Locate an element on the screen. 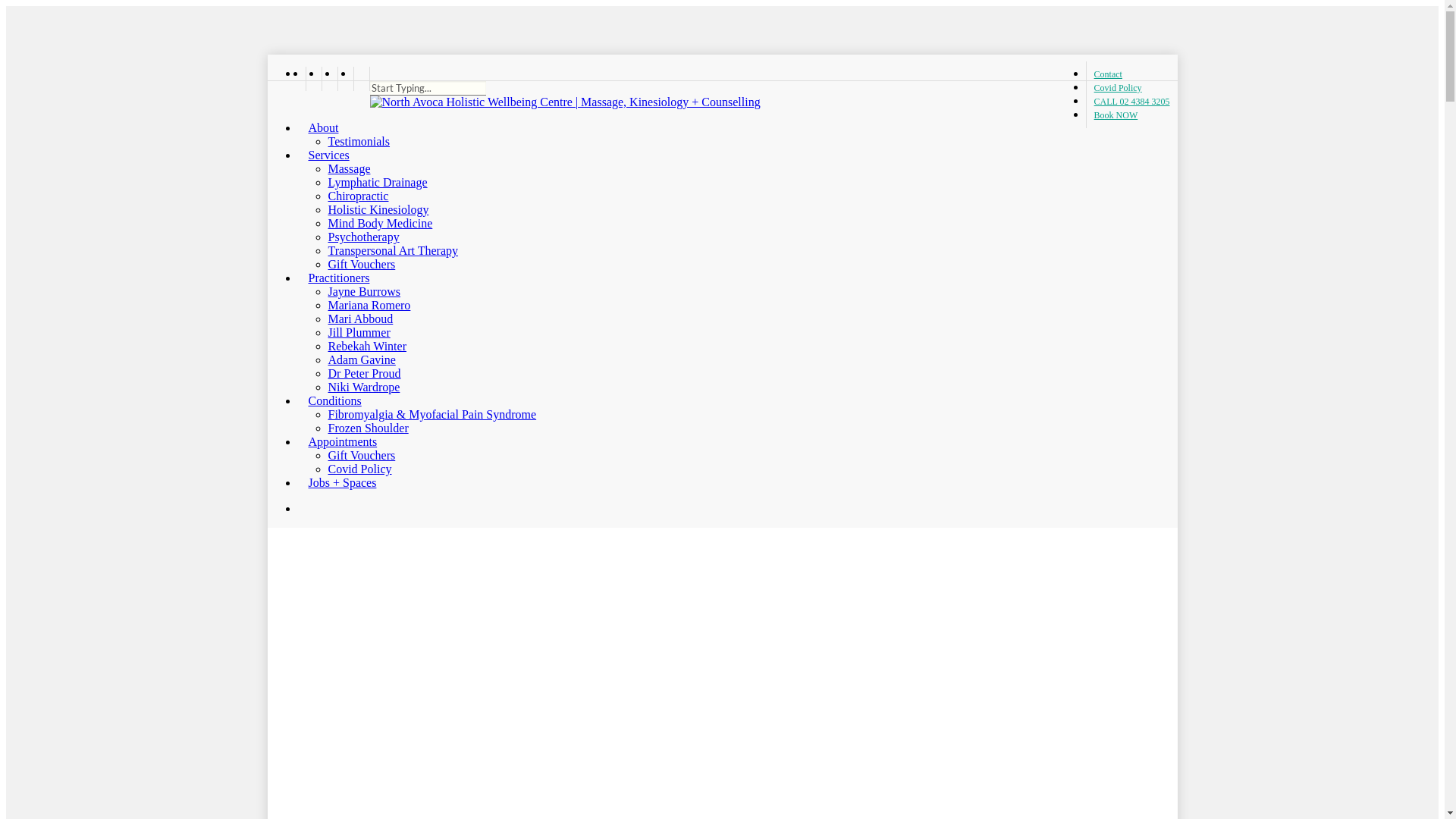 The width and height of the screenshot is (1456, 819). 'Frozen Shoulder' is located at coordinates (327, 428).